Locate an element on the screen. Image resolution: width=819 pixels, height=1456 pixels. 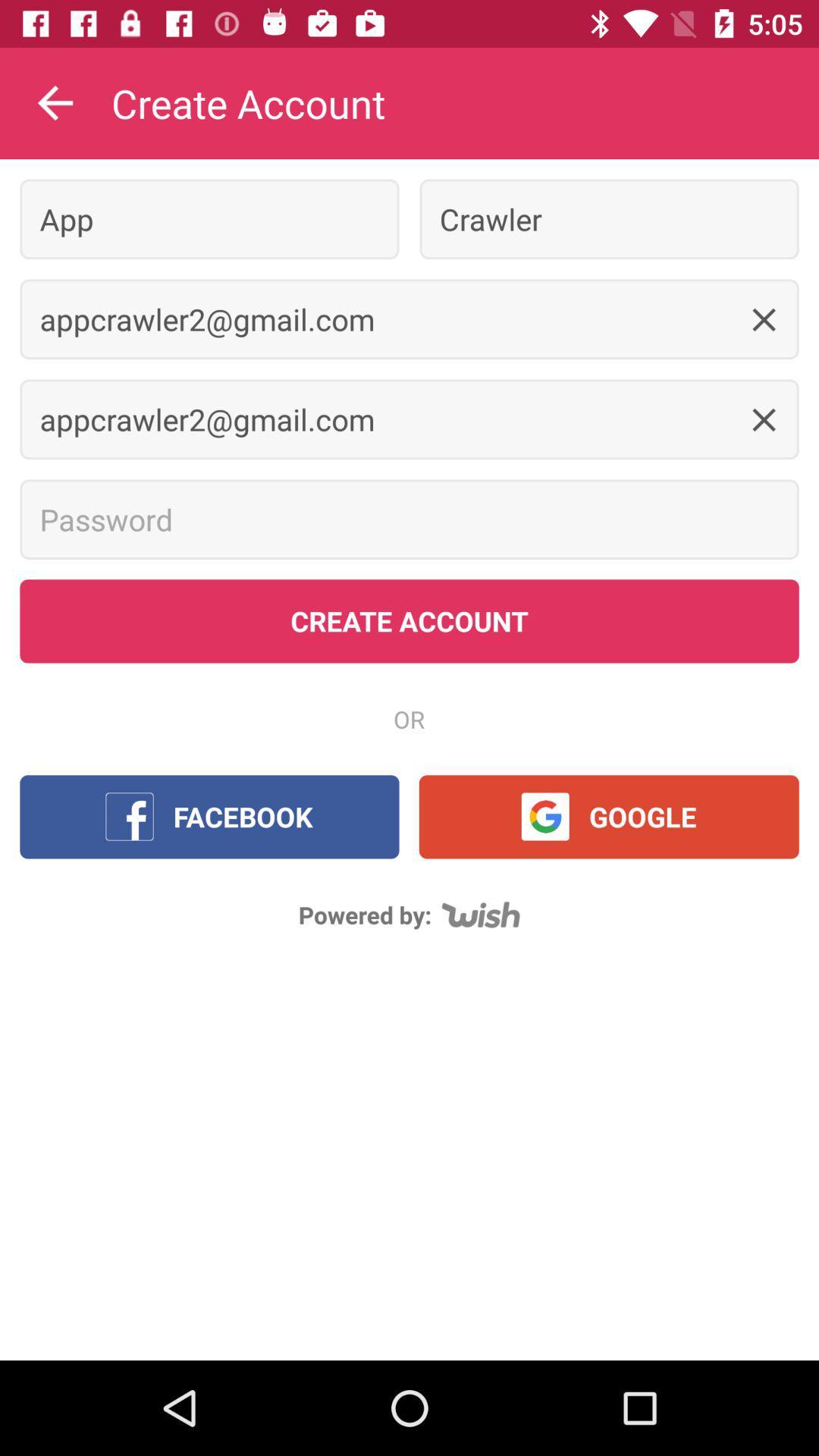
the icon above the appcrawler2@gmail.com is located at coordinates (209, 218).